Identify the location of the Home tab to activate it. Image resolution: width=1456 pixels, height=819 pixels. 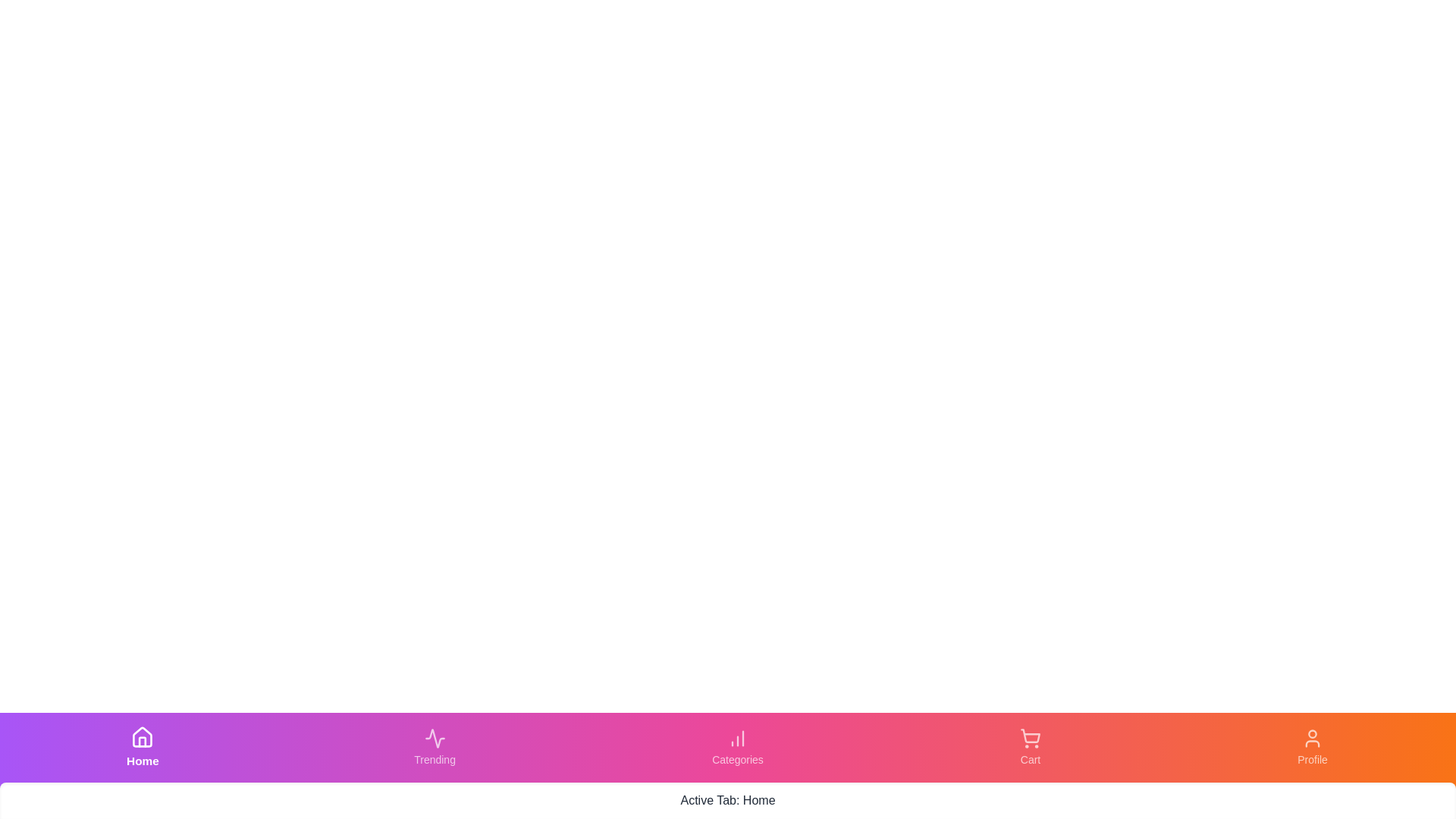
(143, 747).